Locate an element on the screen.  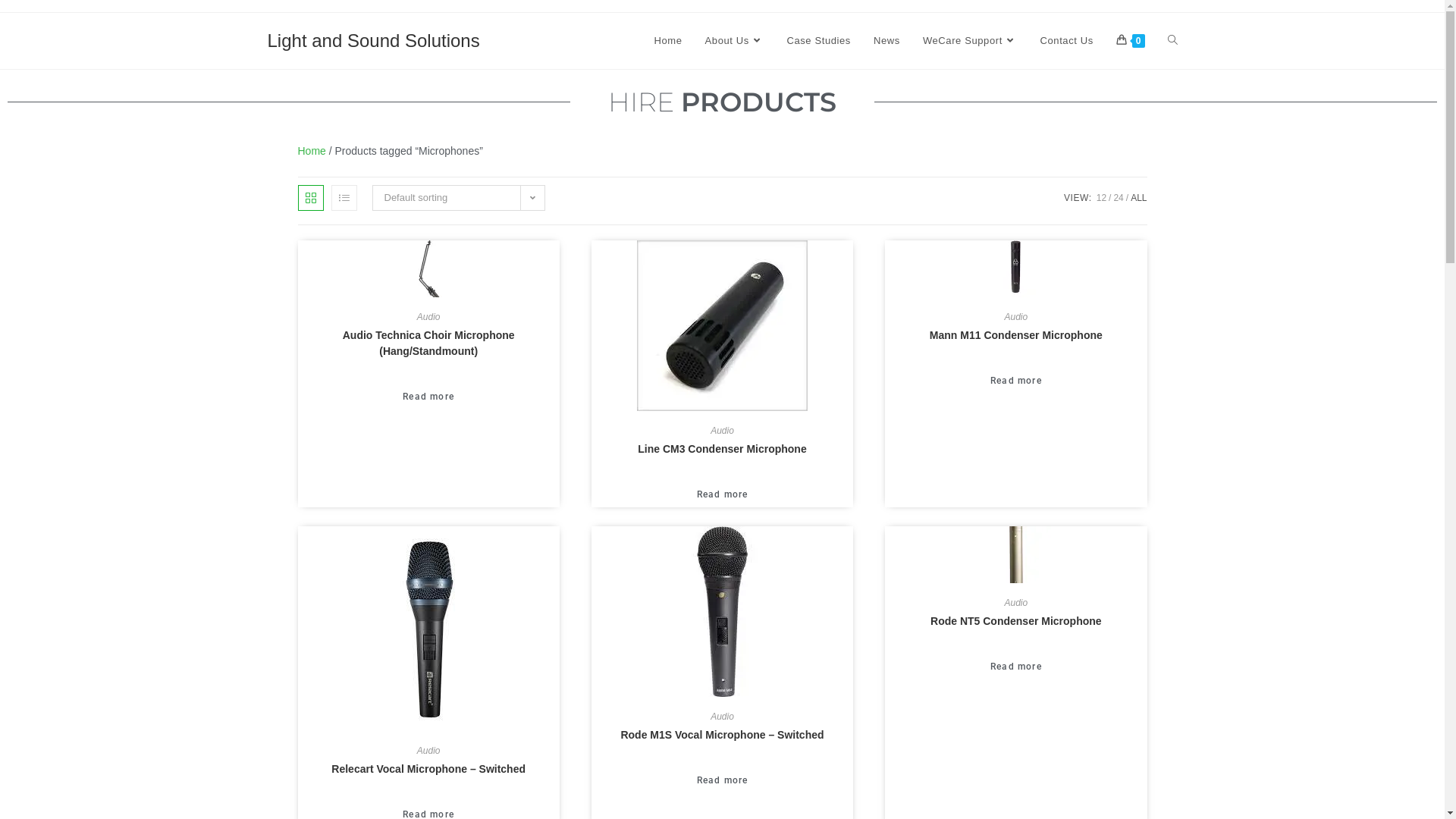
'Grid view' is located at coordinates (297, 197).